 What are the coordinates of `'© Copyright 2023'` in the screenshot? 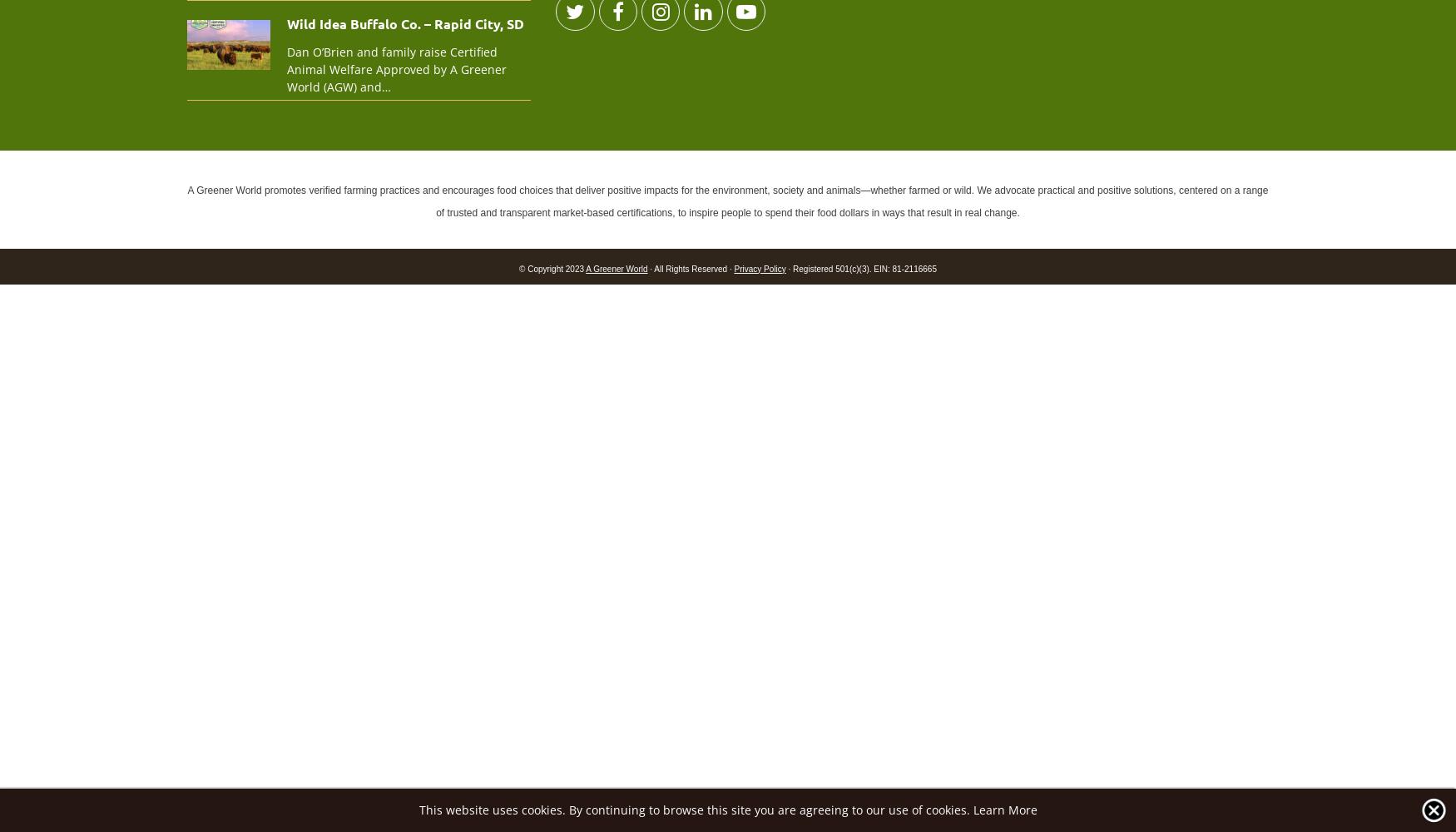 It's located at (551, 267).